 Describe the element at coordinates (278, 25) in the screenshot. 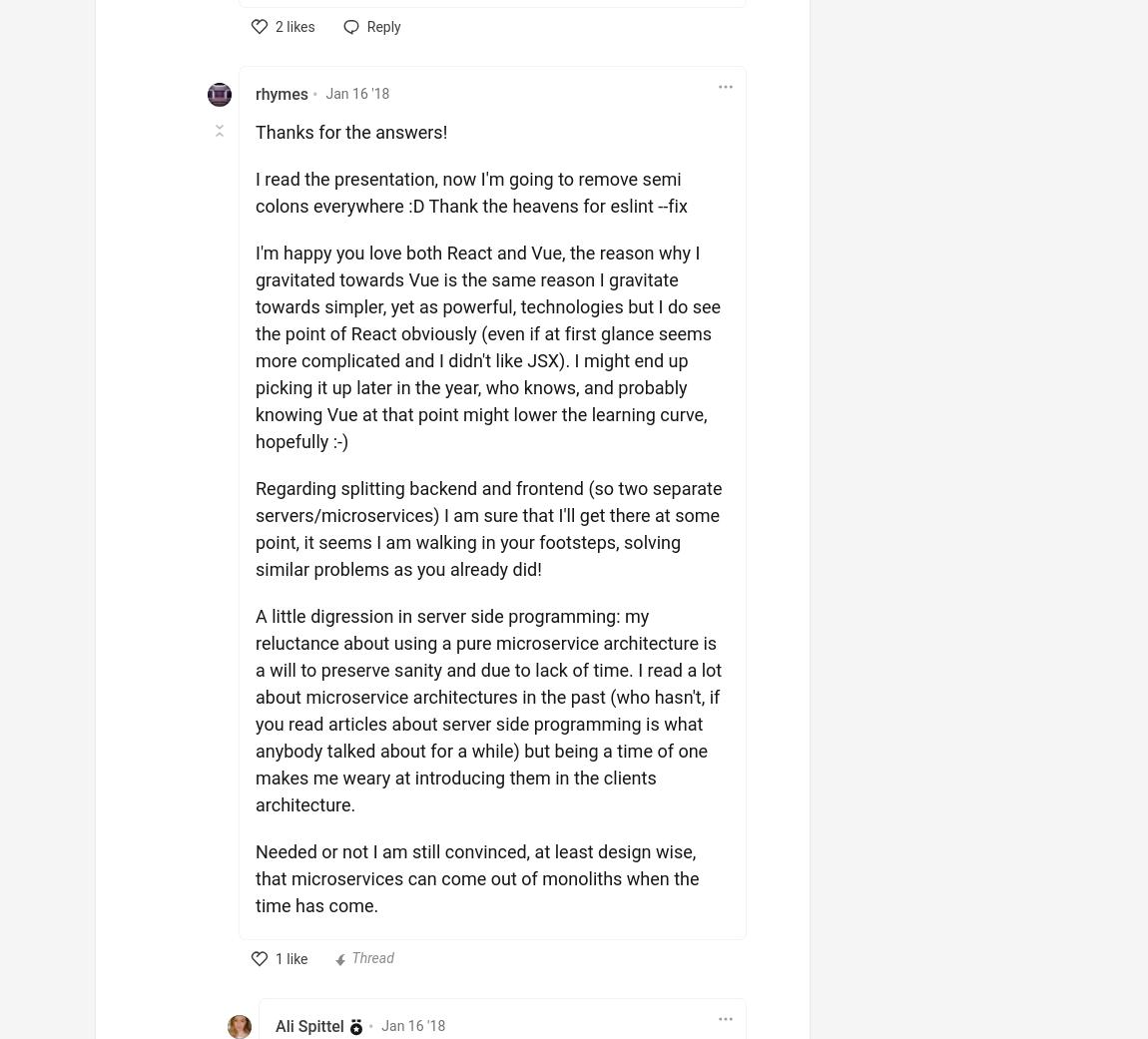

I see `'2'` at that location.